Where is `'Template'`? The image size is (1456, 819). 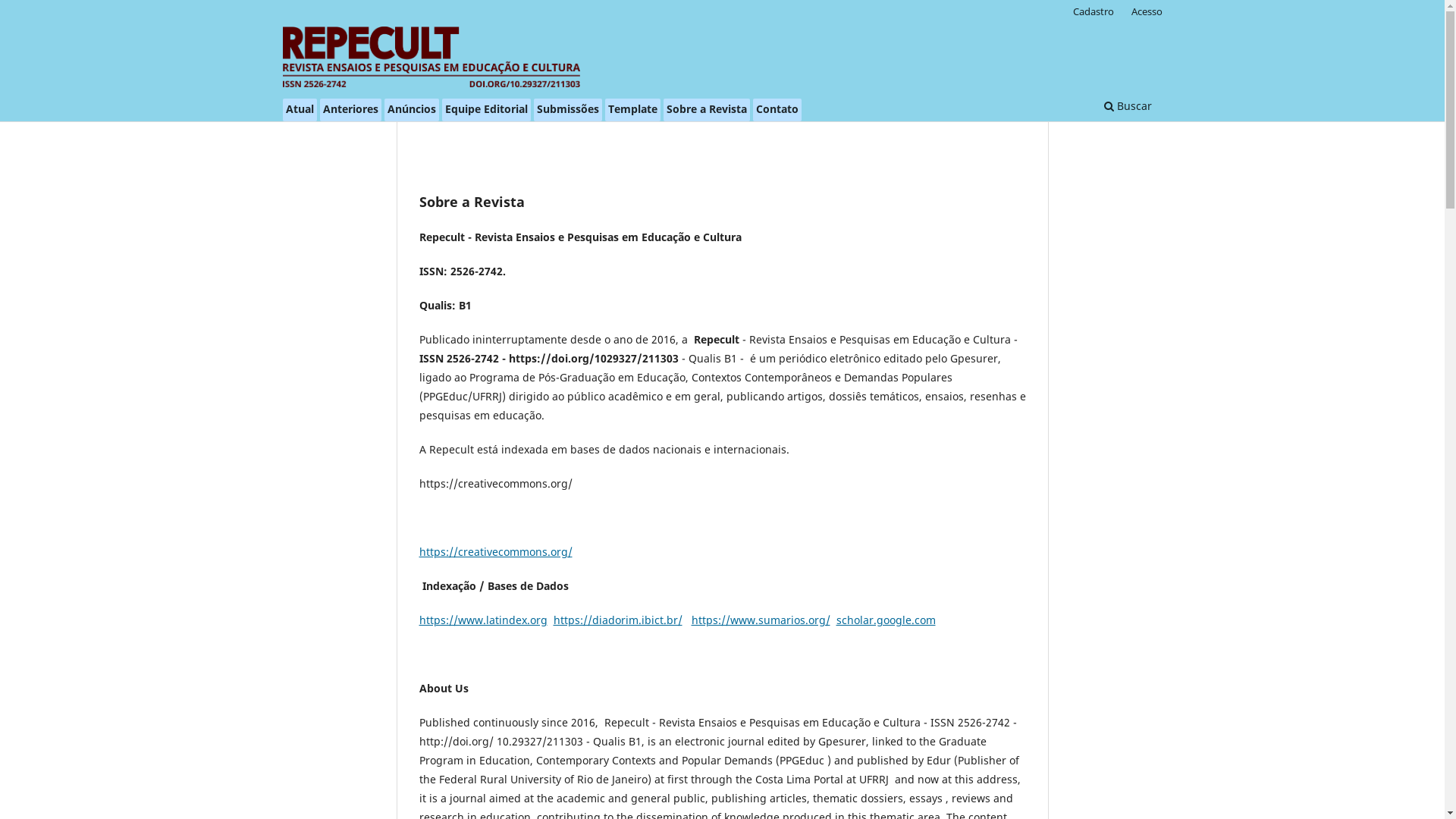 'Template' is located at coordinates (632, 109).